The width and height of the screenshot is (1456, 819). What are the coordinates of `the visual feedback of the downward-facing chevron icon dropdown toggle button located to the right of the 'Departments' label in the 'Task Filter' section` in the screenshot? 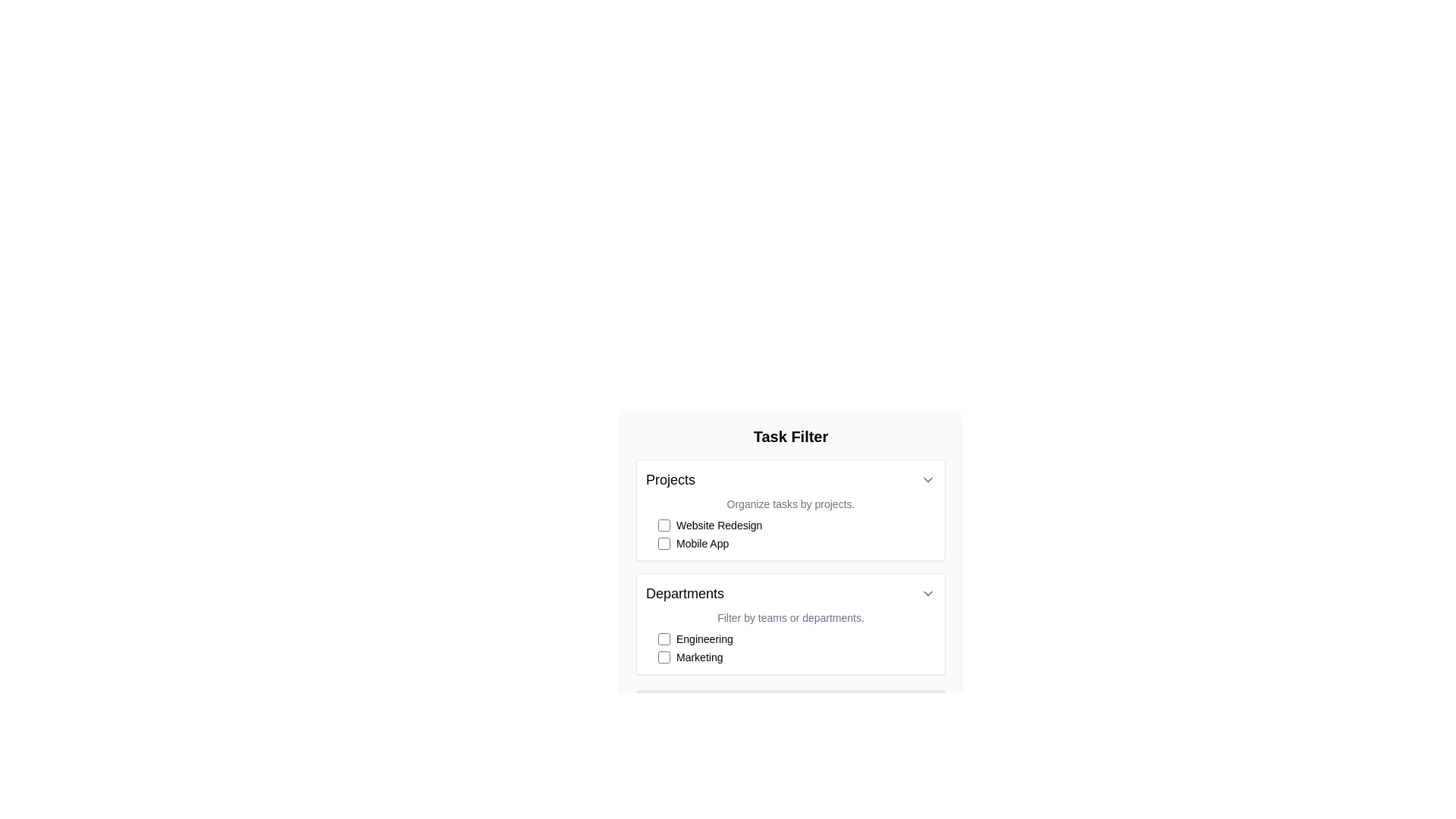 It's located at (927, 593).